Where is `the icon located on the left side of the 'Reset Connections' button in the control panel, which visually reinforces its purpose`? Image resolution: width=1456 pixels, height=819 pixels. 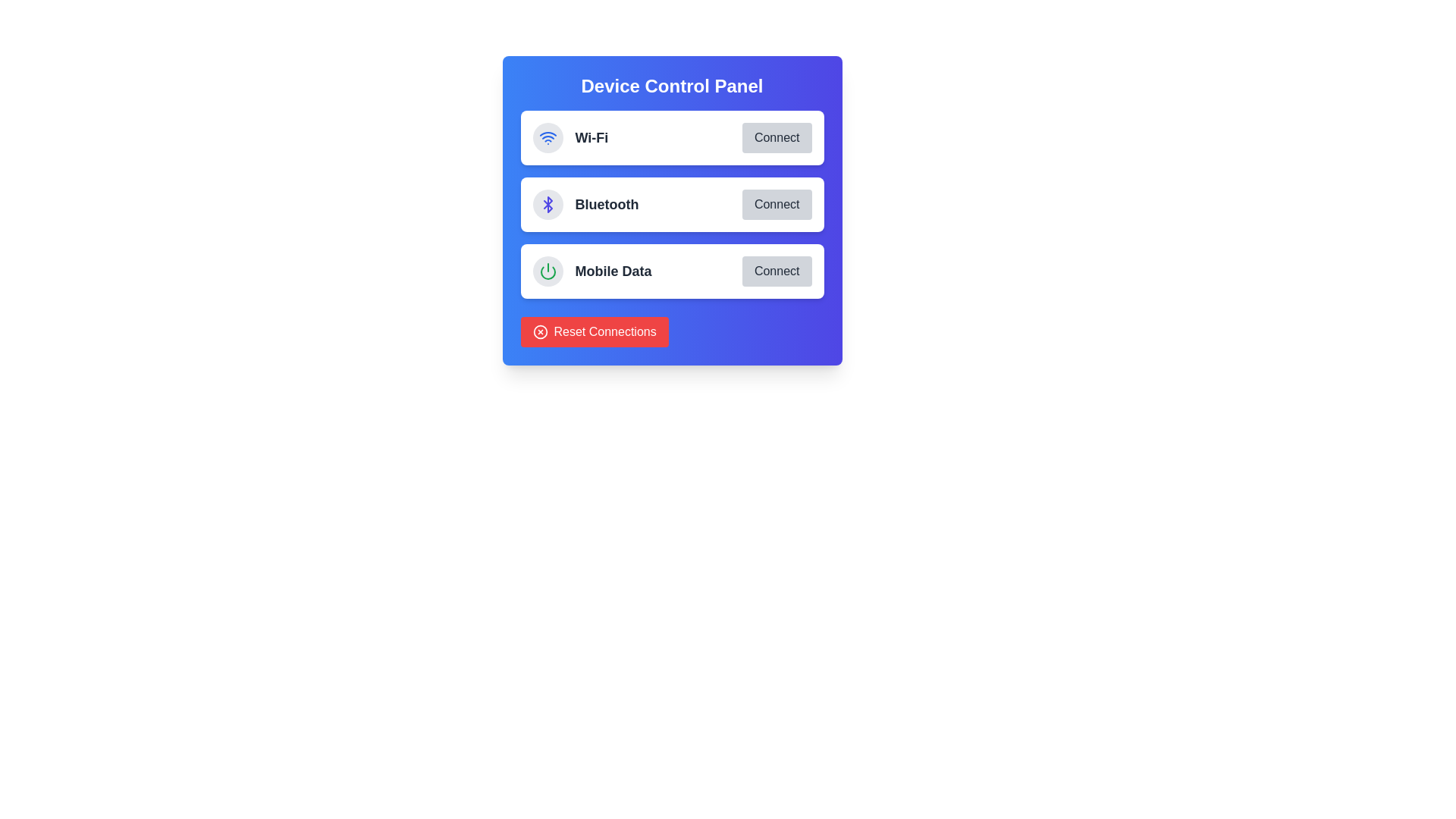
the icon located on the left side of the 'Reset Connections' button in the control panel, which visually reinforces its purpose is located at coordinates (540, 331).